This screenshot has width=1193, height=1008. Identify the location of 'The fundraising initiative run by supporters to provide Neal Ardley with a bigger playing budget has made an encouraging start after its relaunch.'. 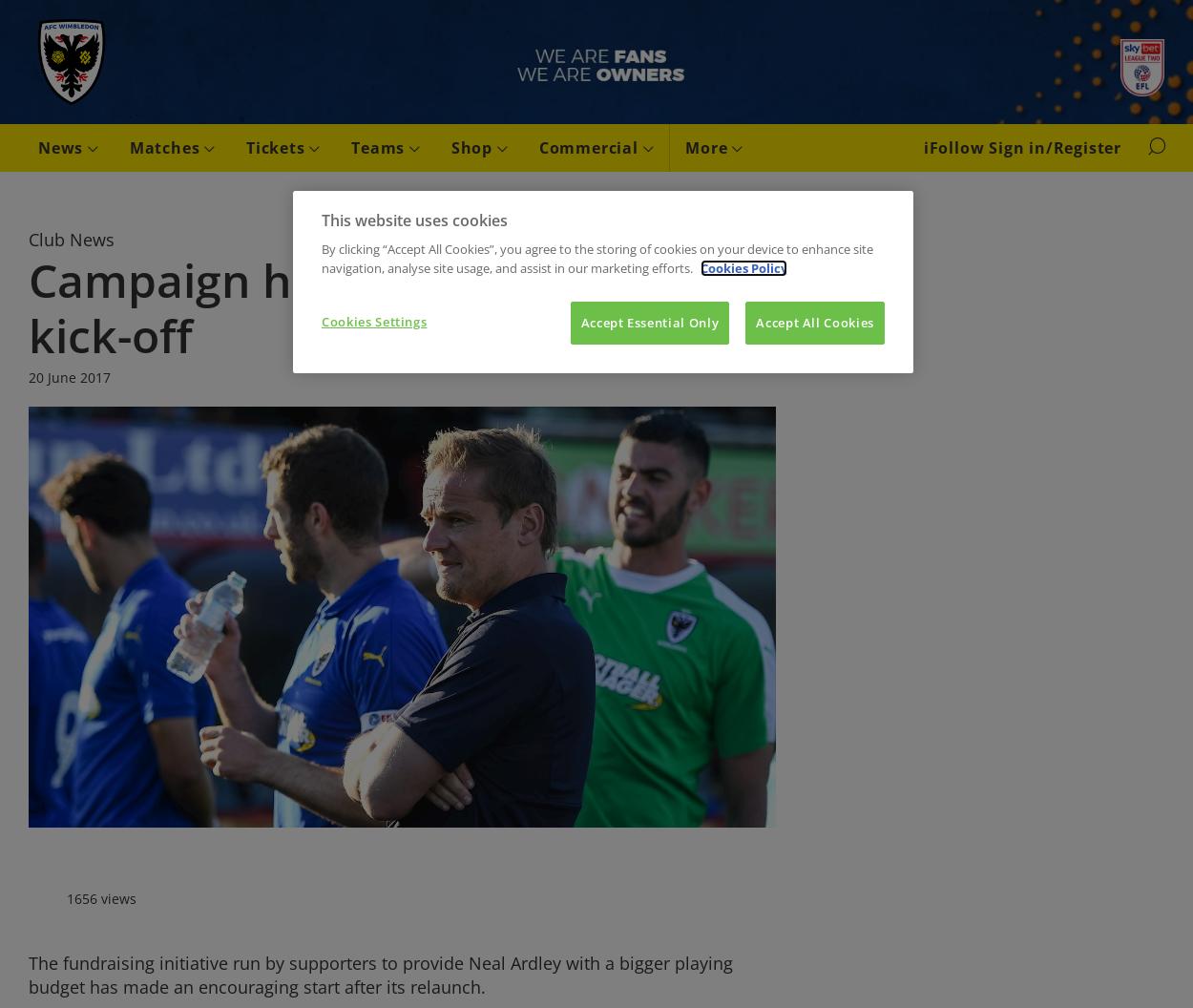
(29, 974).